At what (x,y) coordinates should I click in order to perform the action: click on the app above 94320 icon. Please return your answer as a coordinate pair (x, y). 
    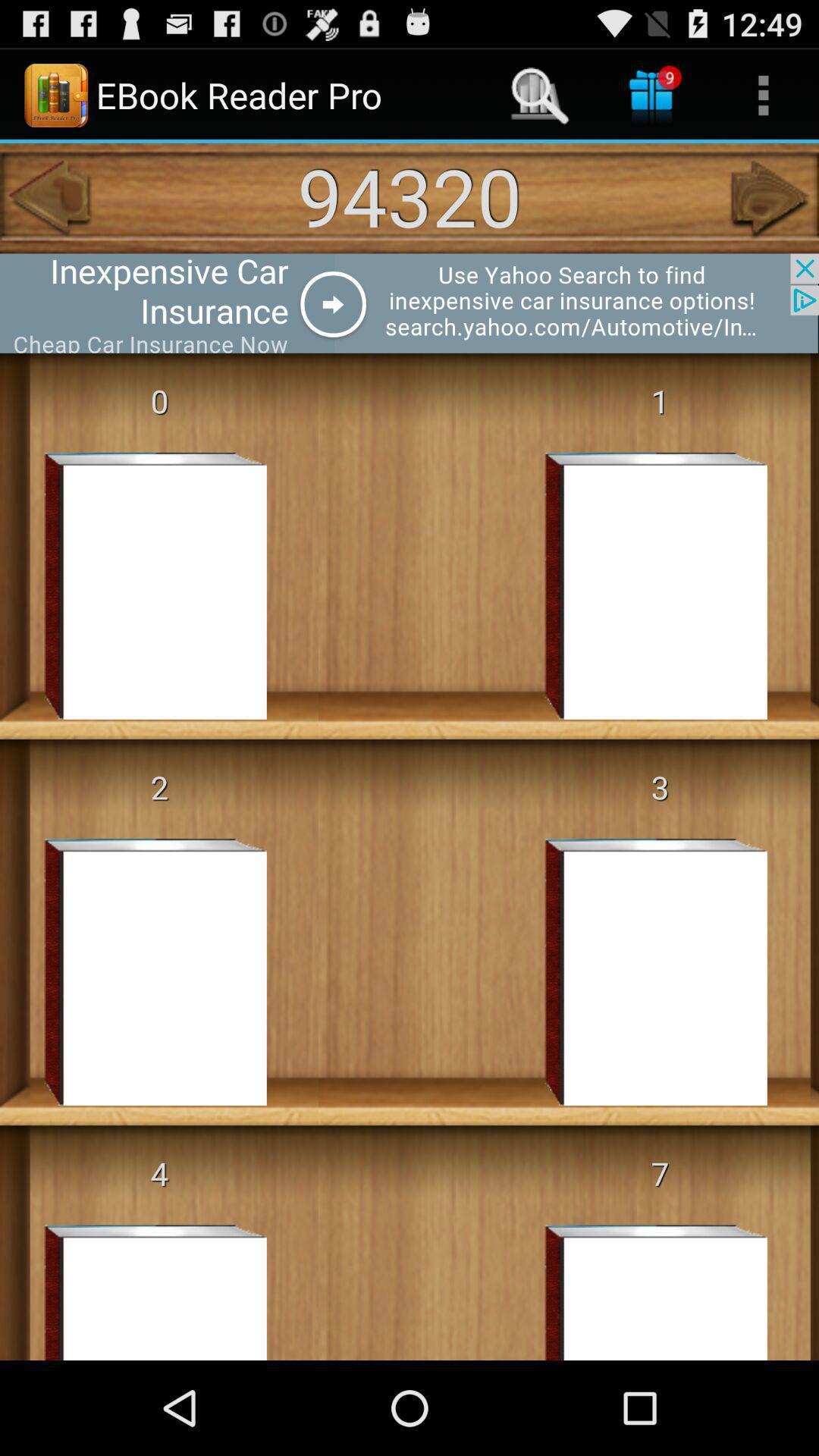
    Looking at the image, I should click on (539, 94).